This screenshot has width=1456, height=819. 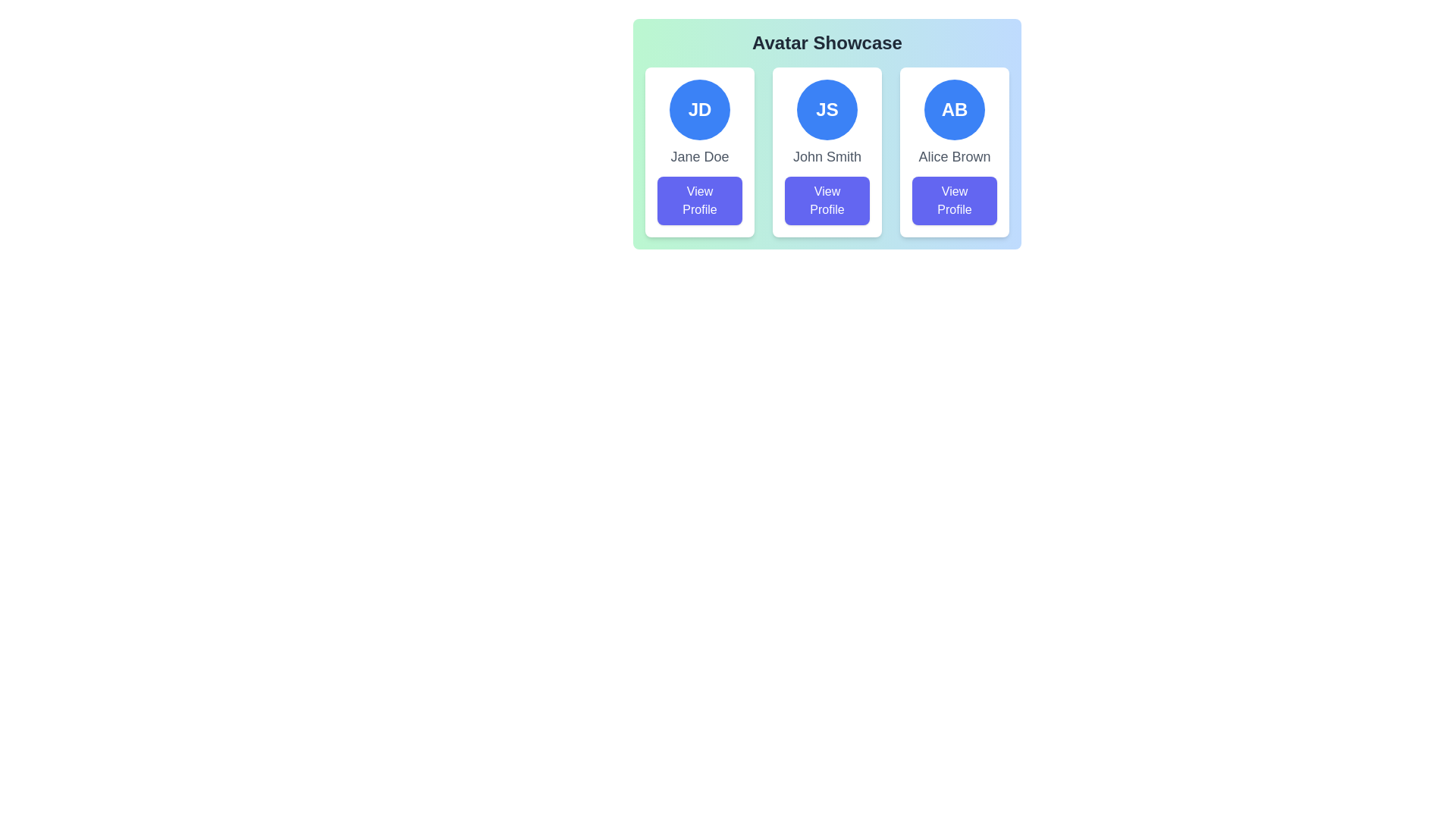 What do you see at coordinates (698, 200) in the screenshot?
I see `the 'View Profile' button with a light indigo-blue background and white text, located within Jane Doe's profile card` at bounding box center [698, 200].